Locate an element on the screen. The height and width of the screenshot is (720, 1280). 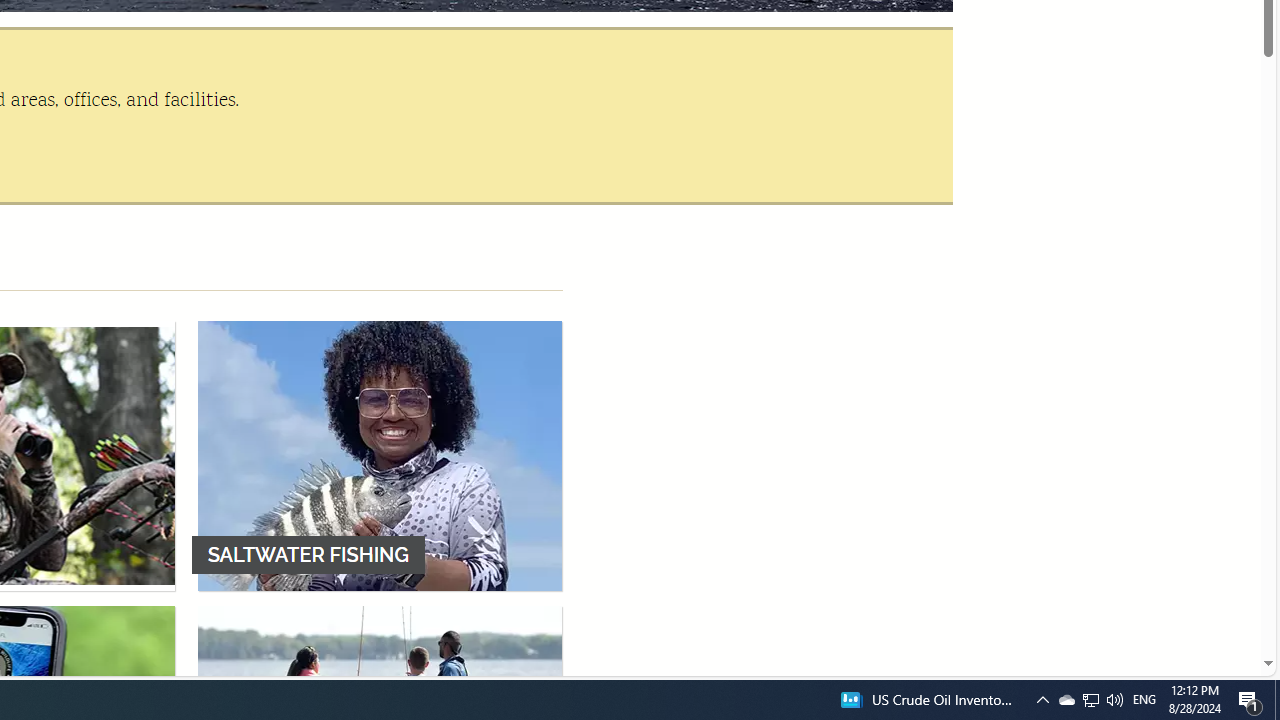
'SALTWATER FISHING' is located at coordinates (380, 455).